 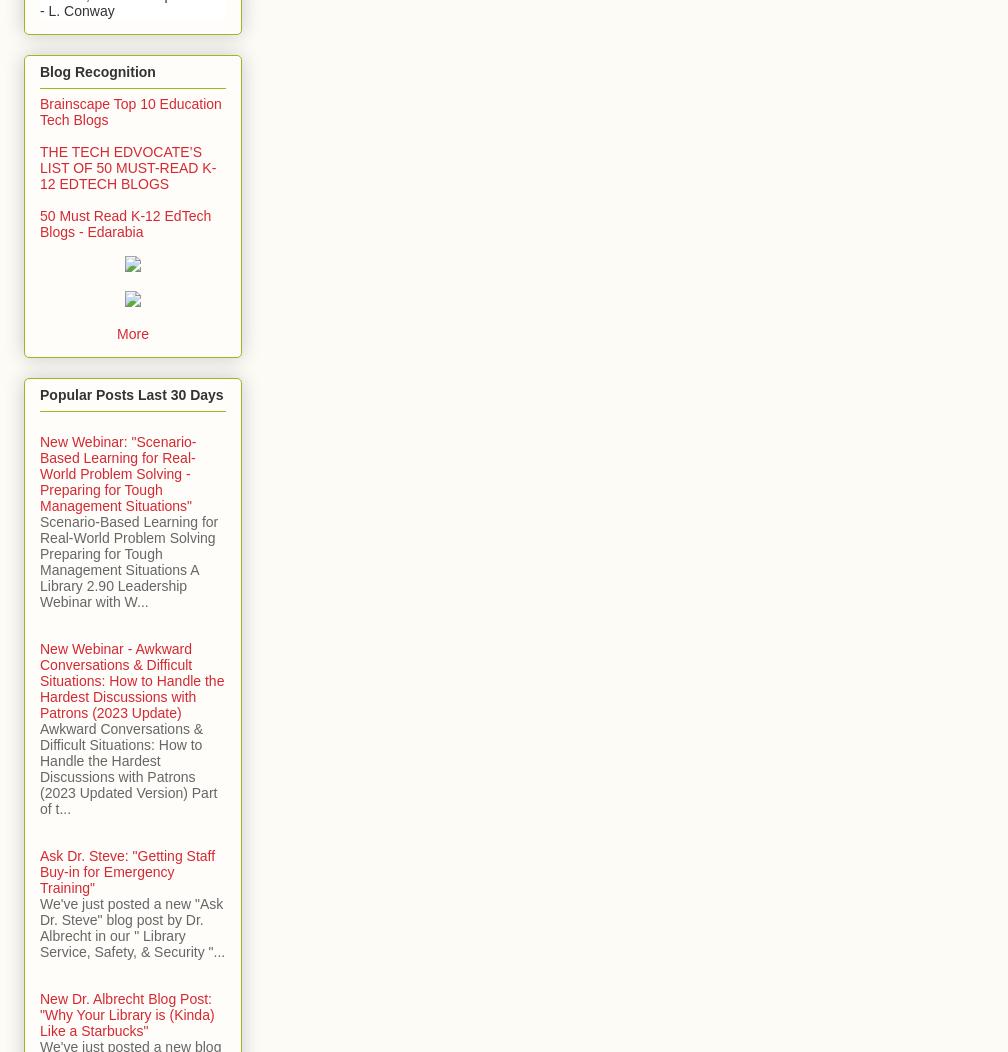 What do you see at coordinates (129, 561) in the screenshot?
I see `'Scenario-Based Learning for Real-World Problem Solving Preparing for Tough Management Situations   A Library 2.90 Leadership Webinar with W...'` at bounding box center [129, 561].